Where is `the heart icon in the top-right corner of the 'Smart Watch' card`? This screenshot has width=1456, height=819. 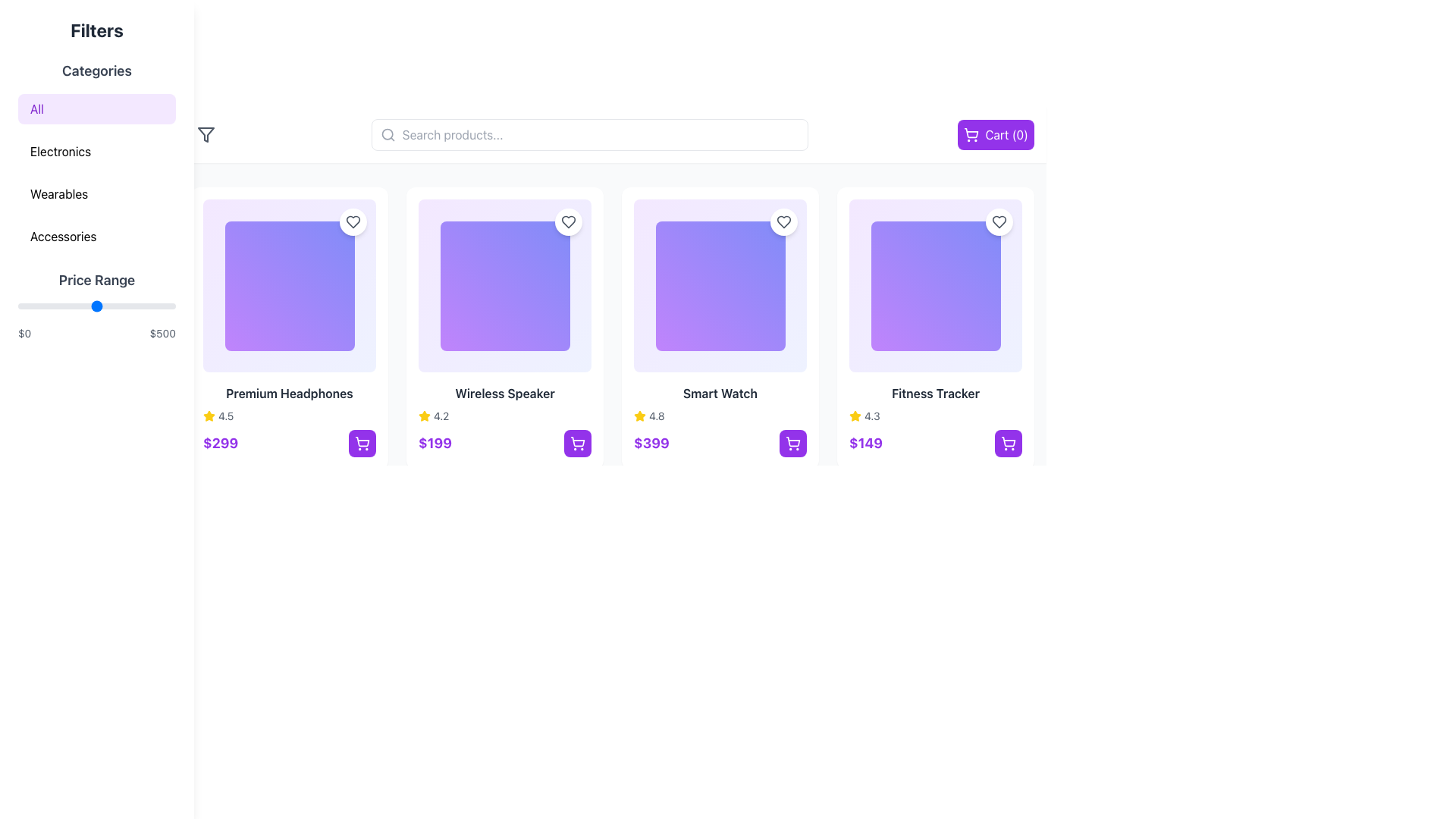 the heart icon in the top-right corner of the 'Smart Watch' card is located at coordinates (783, 222).